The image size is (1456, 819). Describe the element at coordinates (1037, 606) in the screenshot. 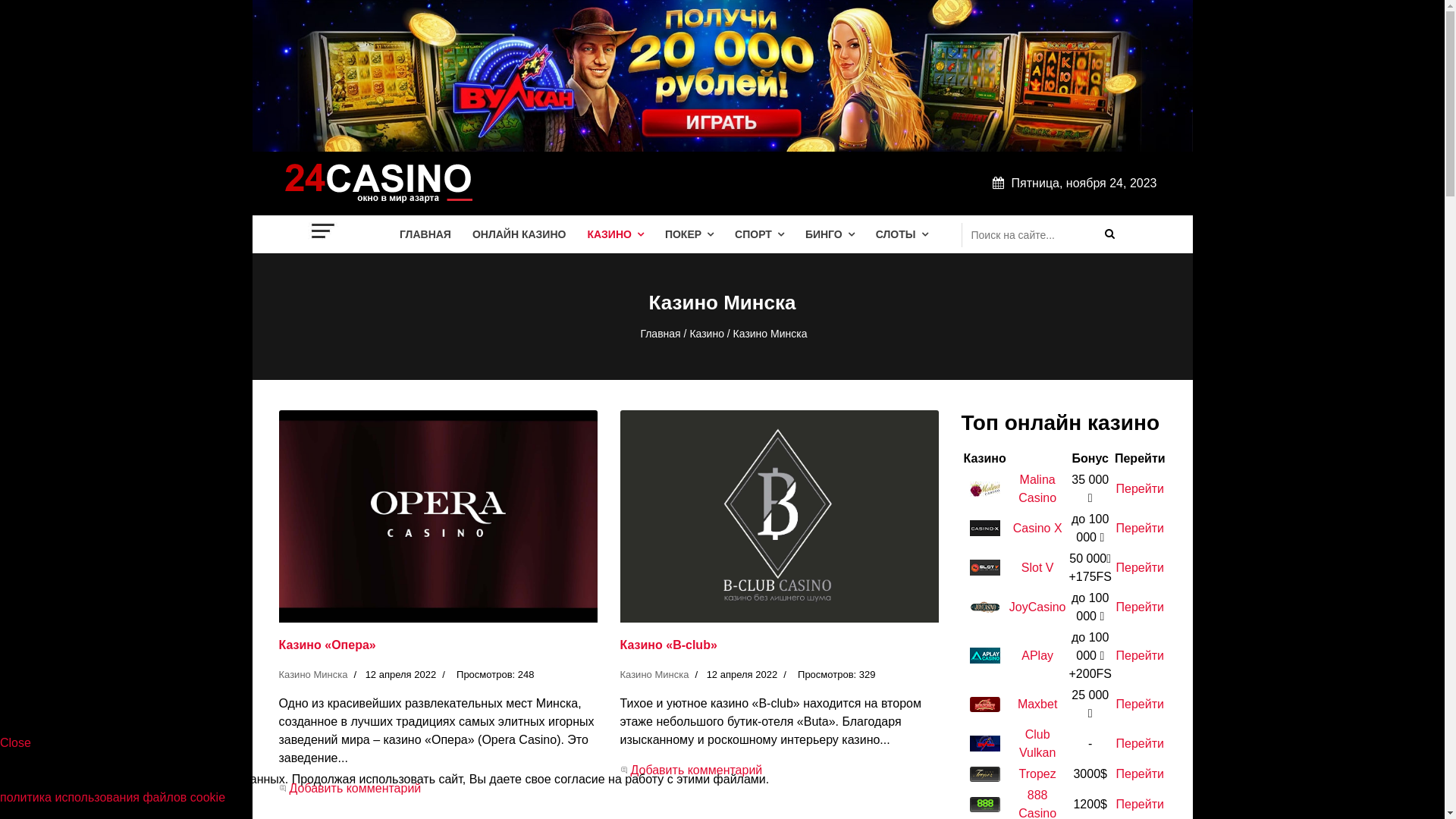

I see `'JoyCasino'` at that location.